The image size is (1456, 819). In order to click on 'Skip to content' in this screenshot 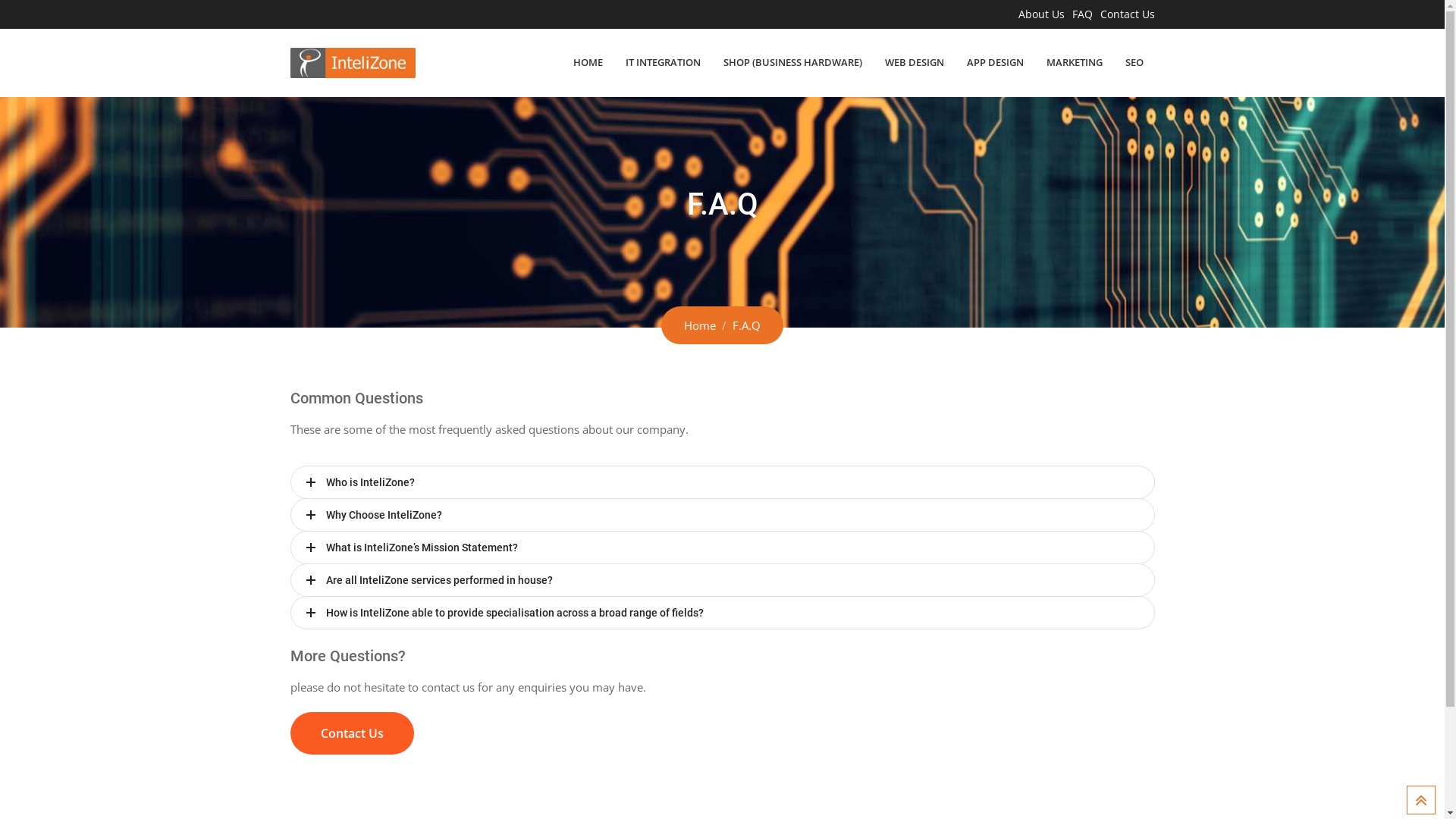, I will do `click(0, 0)`.